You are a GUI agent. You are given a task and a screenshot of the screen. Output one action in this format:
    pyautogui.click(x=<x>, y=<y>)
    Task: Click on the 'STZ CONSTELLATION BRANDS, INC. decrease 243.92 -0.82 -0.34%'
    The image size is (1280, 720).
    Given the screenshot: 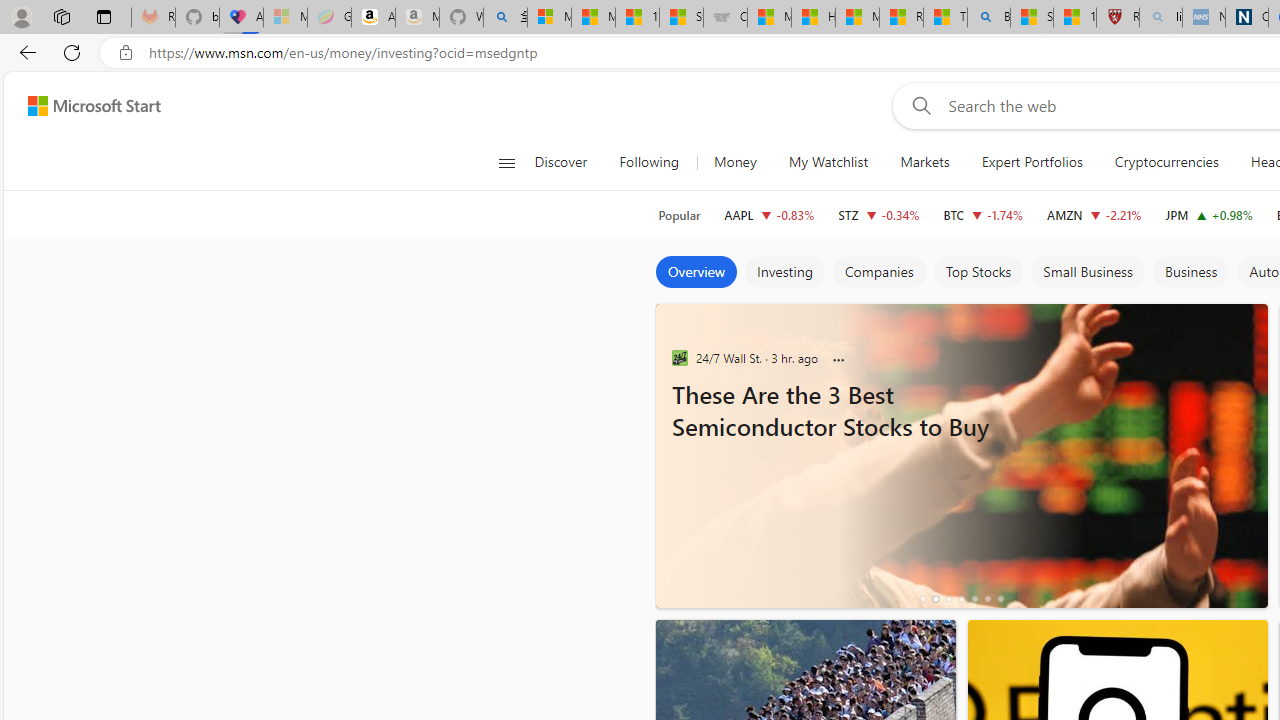 What is the action you would take?
    pyautogui.click(x=878, y=214)
    